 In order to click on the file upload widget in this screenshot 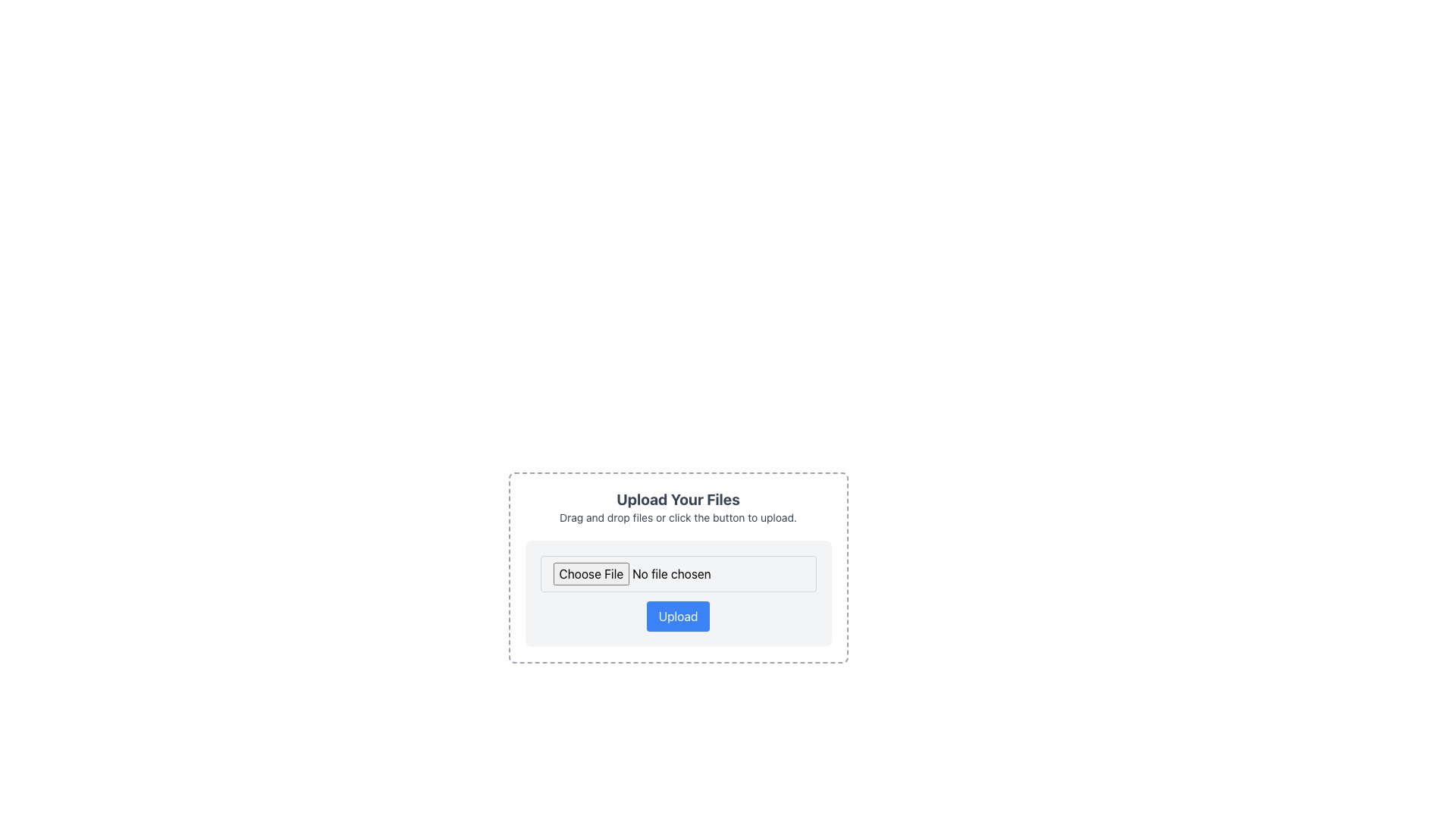, I will do `click(677, 567)`.